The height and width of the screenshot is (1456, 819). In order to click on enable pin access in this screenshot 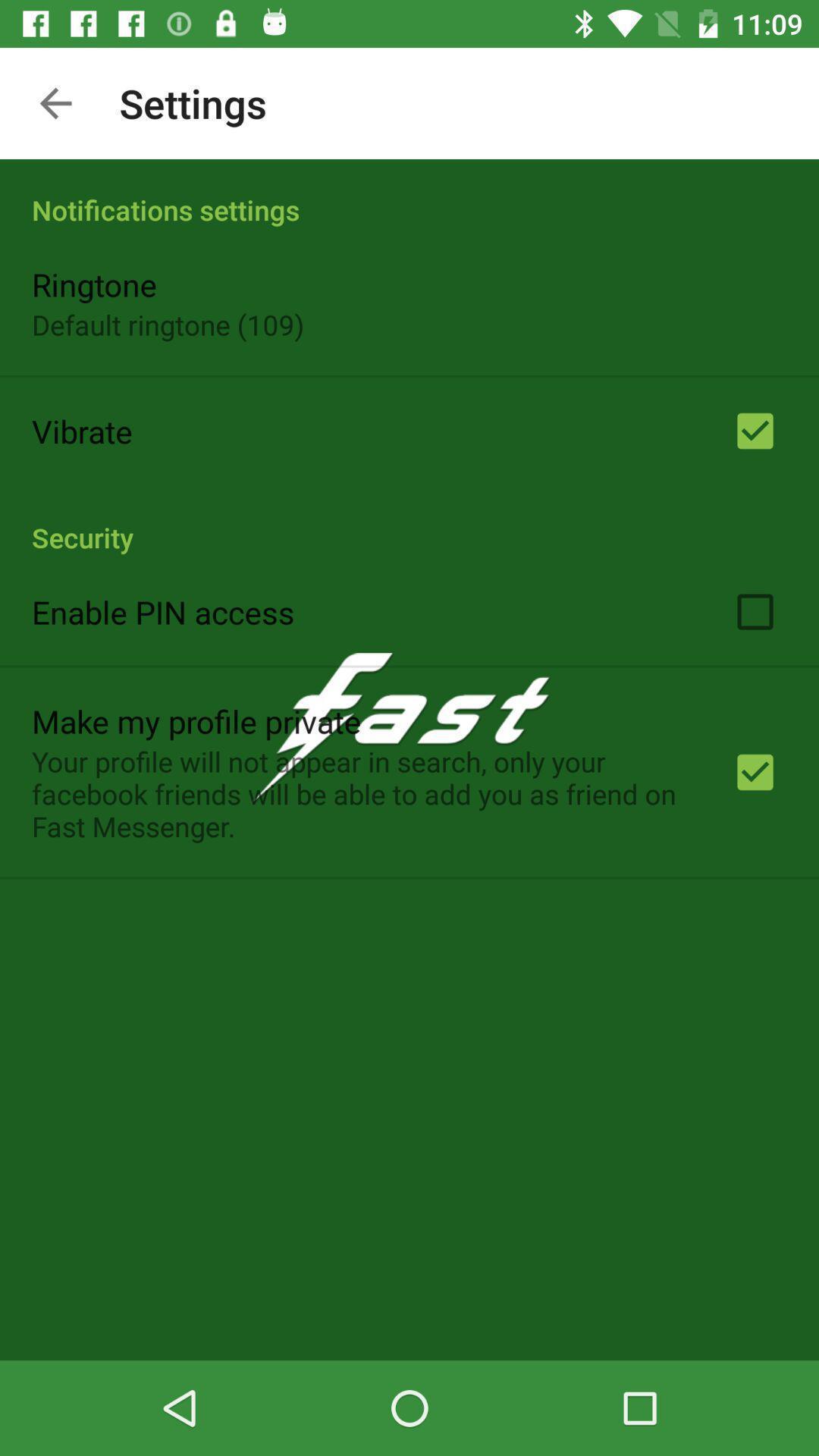, I will do `click(163, 611)`.